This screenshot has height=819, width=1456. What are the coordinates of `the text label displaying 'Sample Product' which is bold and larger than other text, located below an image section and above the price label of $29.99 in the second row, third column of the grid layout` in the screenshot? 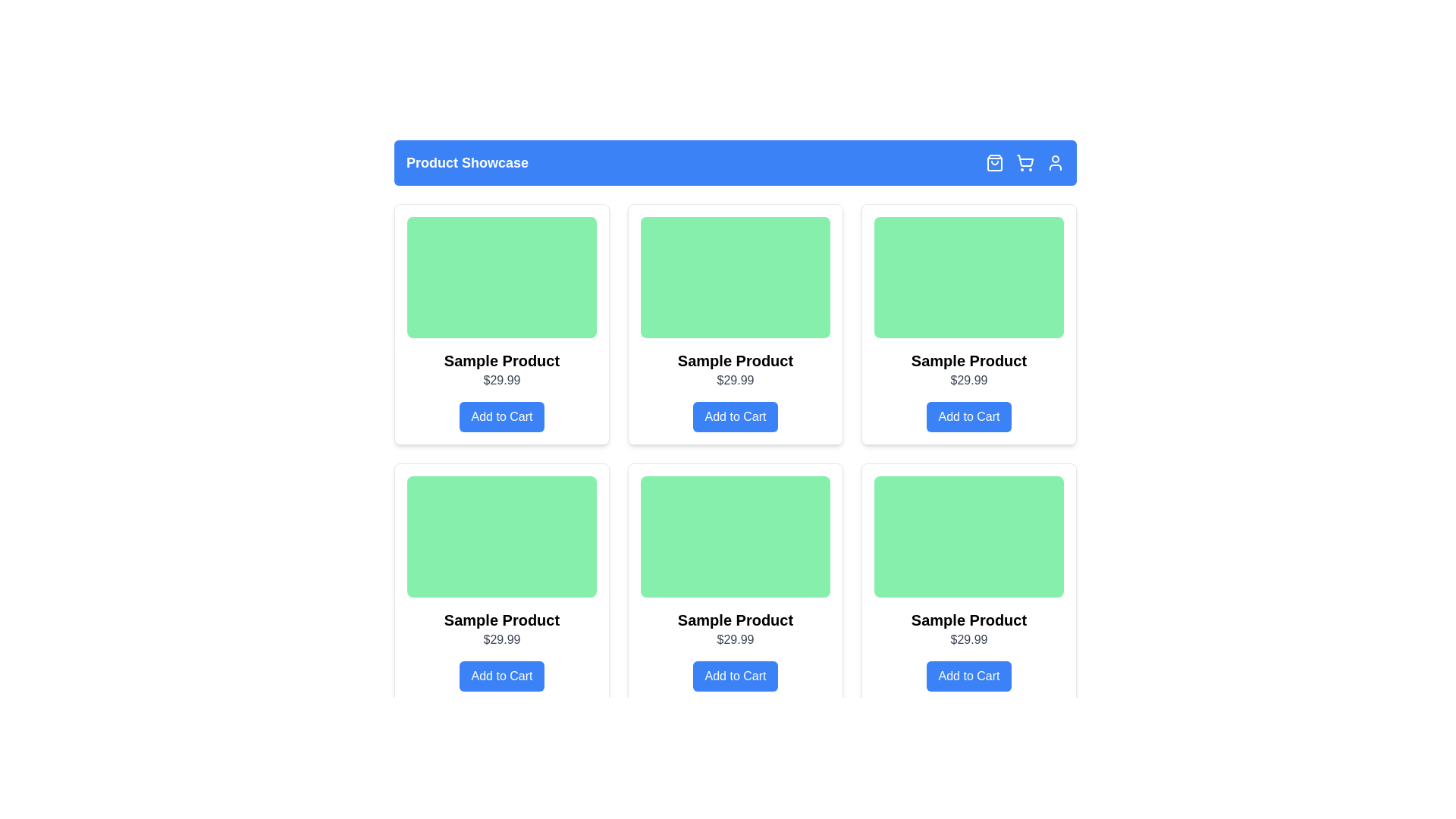 It's located at (968, 620).